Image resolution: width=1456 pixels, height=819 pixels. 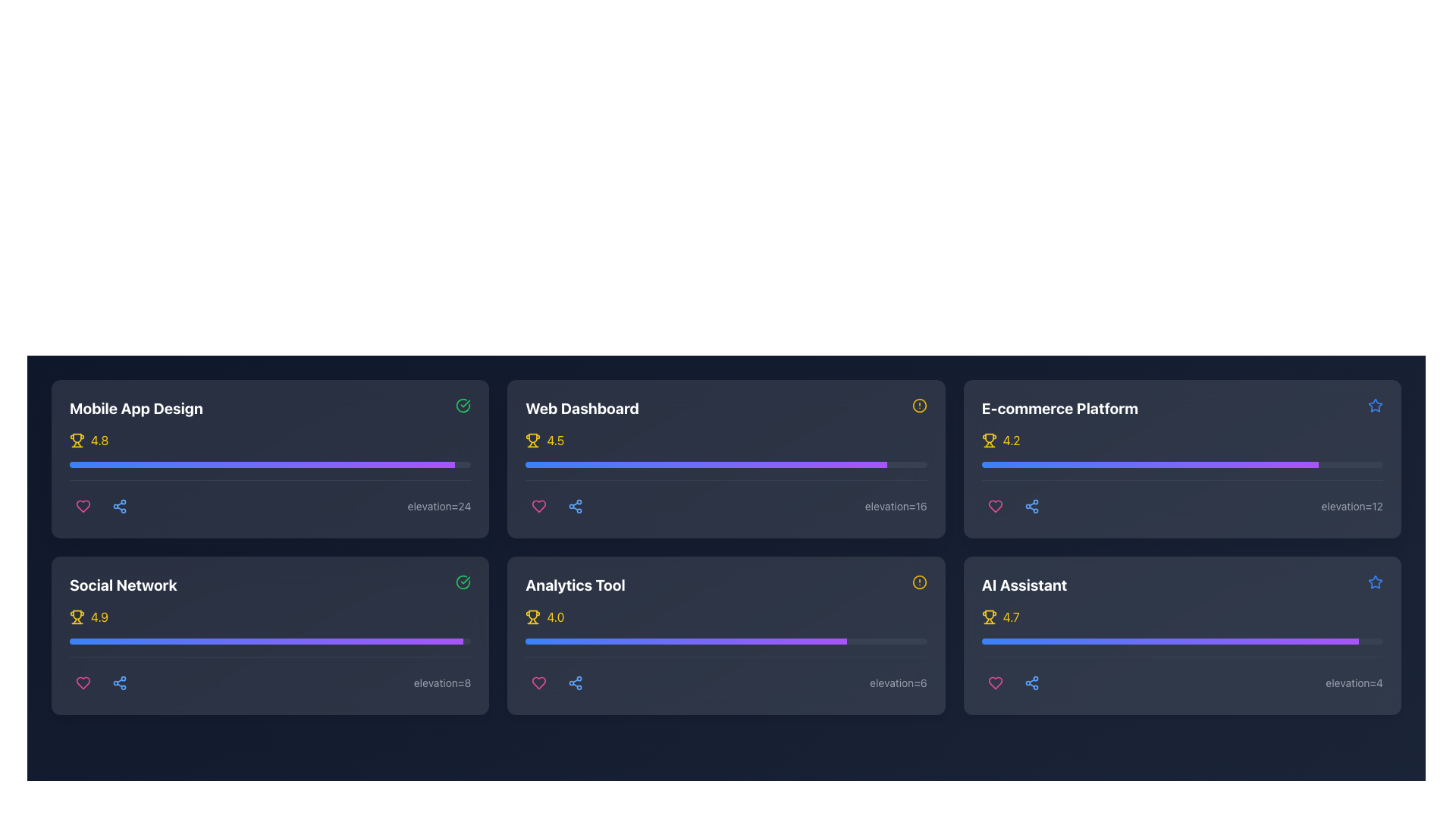 What do you see at coordinates (705, 464) in the screenshot?
I see `across the interactive progress bar located in the middle section of the 'Web Dashboard' card, which is a horizontal gradient bar transitioning from blue` at bounding box center [705, 464].